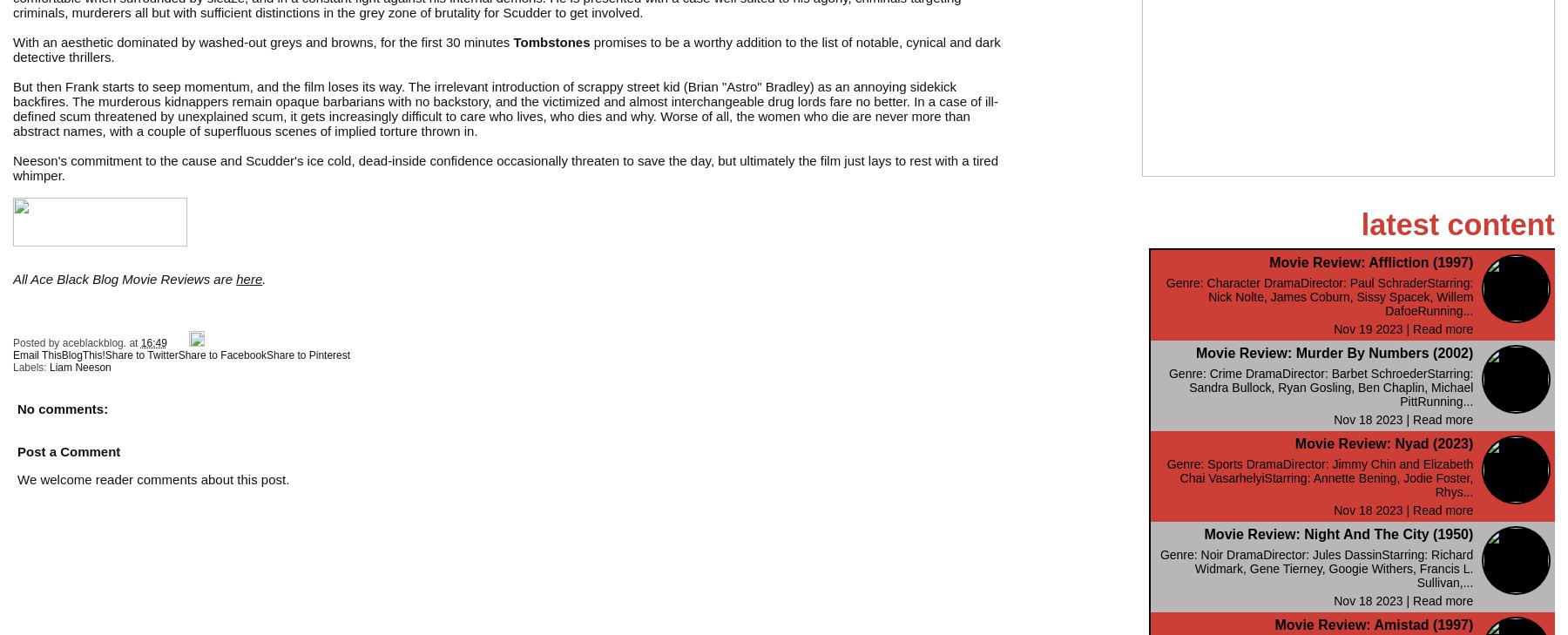 The image size is (1568, 635). What do you see at coordinates (248, 277) in the screenshot?
I see `'here'` at bounding box center [248, 277].